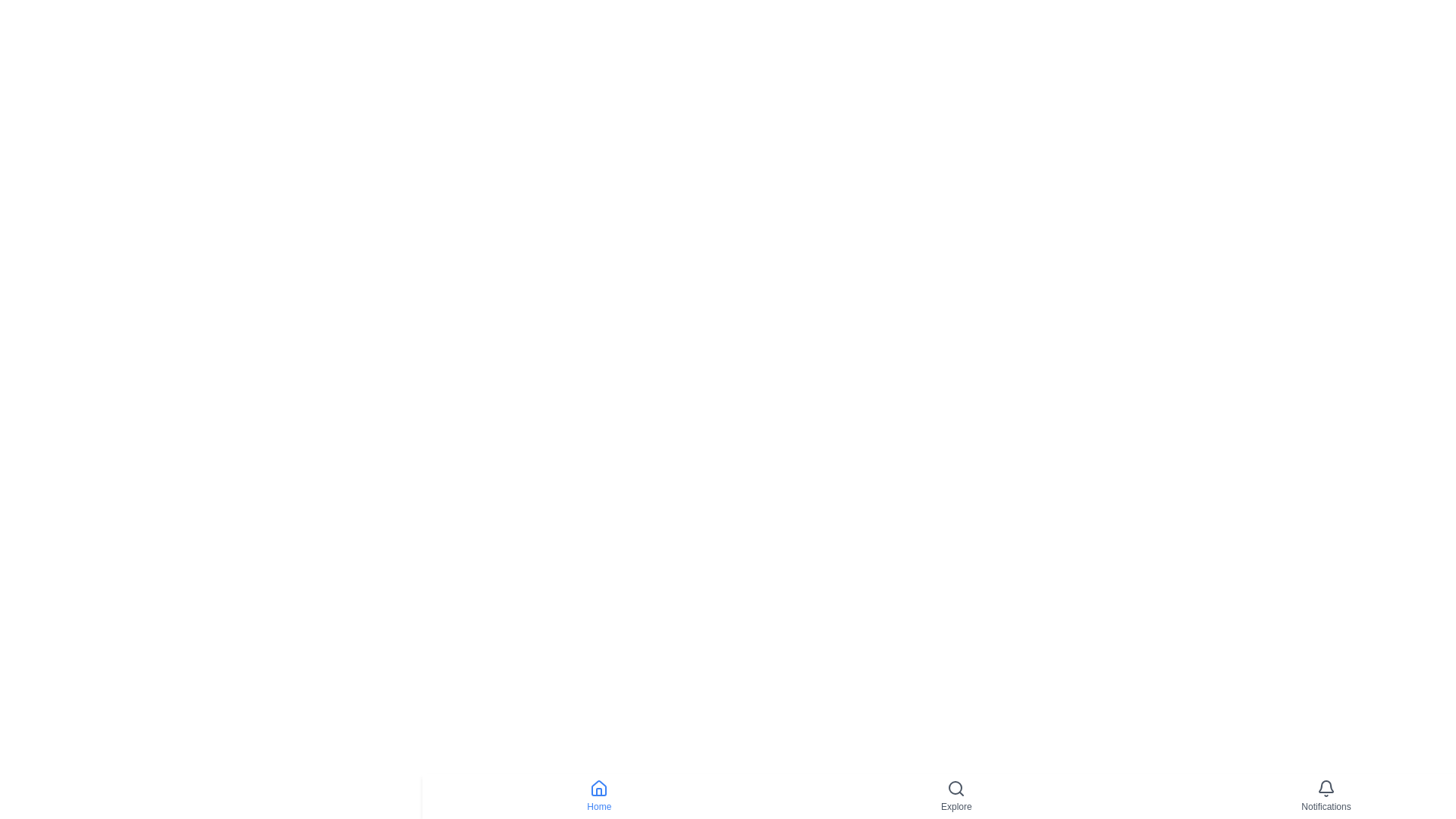  Describe the element at coordinates (955, 788) in the screenshot. I see `the magnifying glass icon in the bottom navigation bar under the 'Explore' label` at that location.